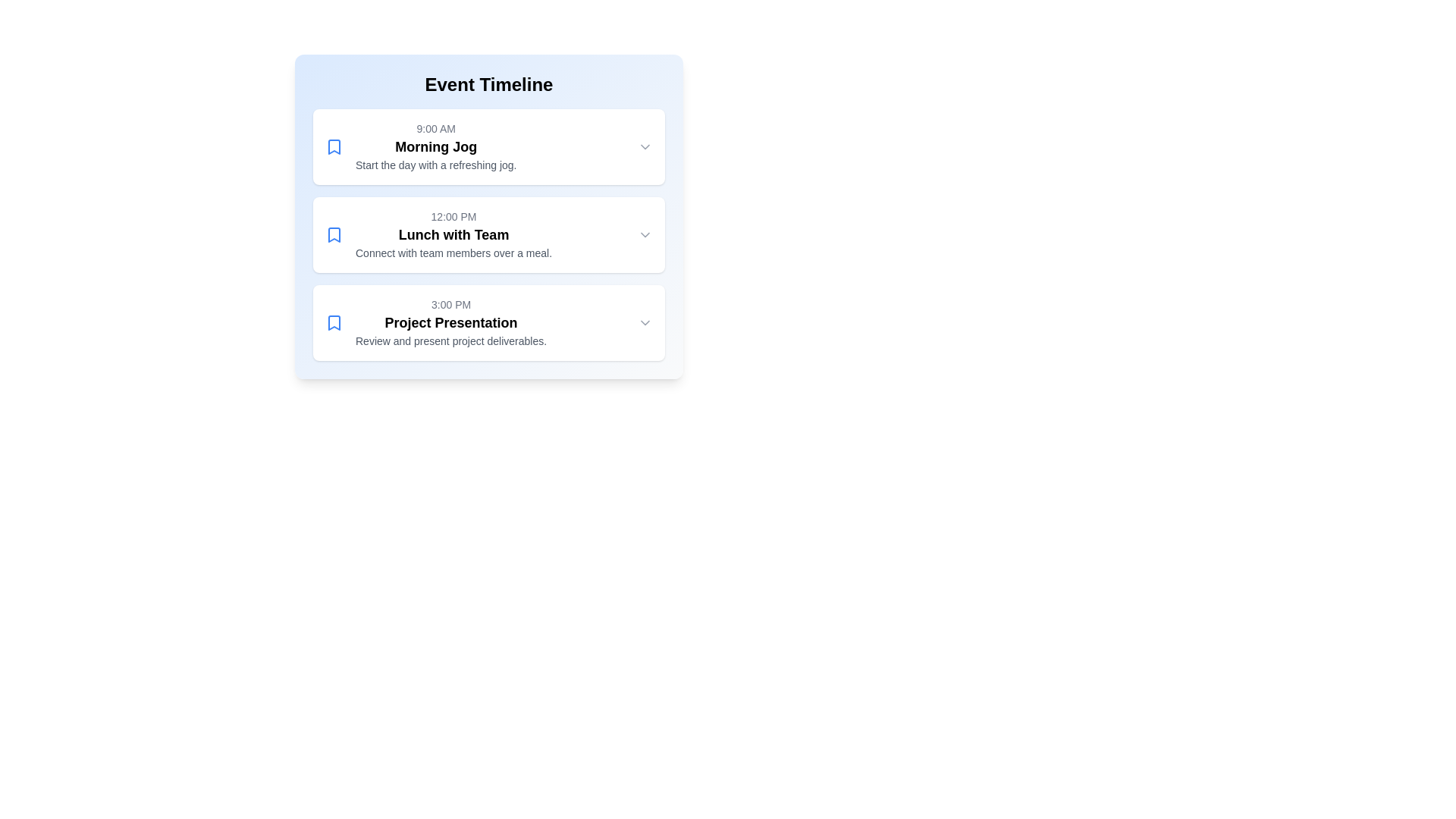 The image size is (1456, 819). Describe the element at coordinates (453, 216) in the screenshot. I see `the text label displaying '12:00 PM', which is styled in gray and is positioned above the header 'Lunch with Team' in the event card` at that location.